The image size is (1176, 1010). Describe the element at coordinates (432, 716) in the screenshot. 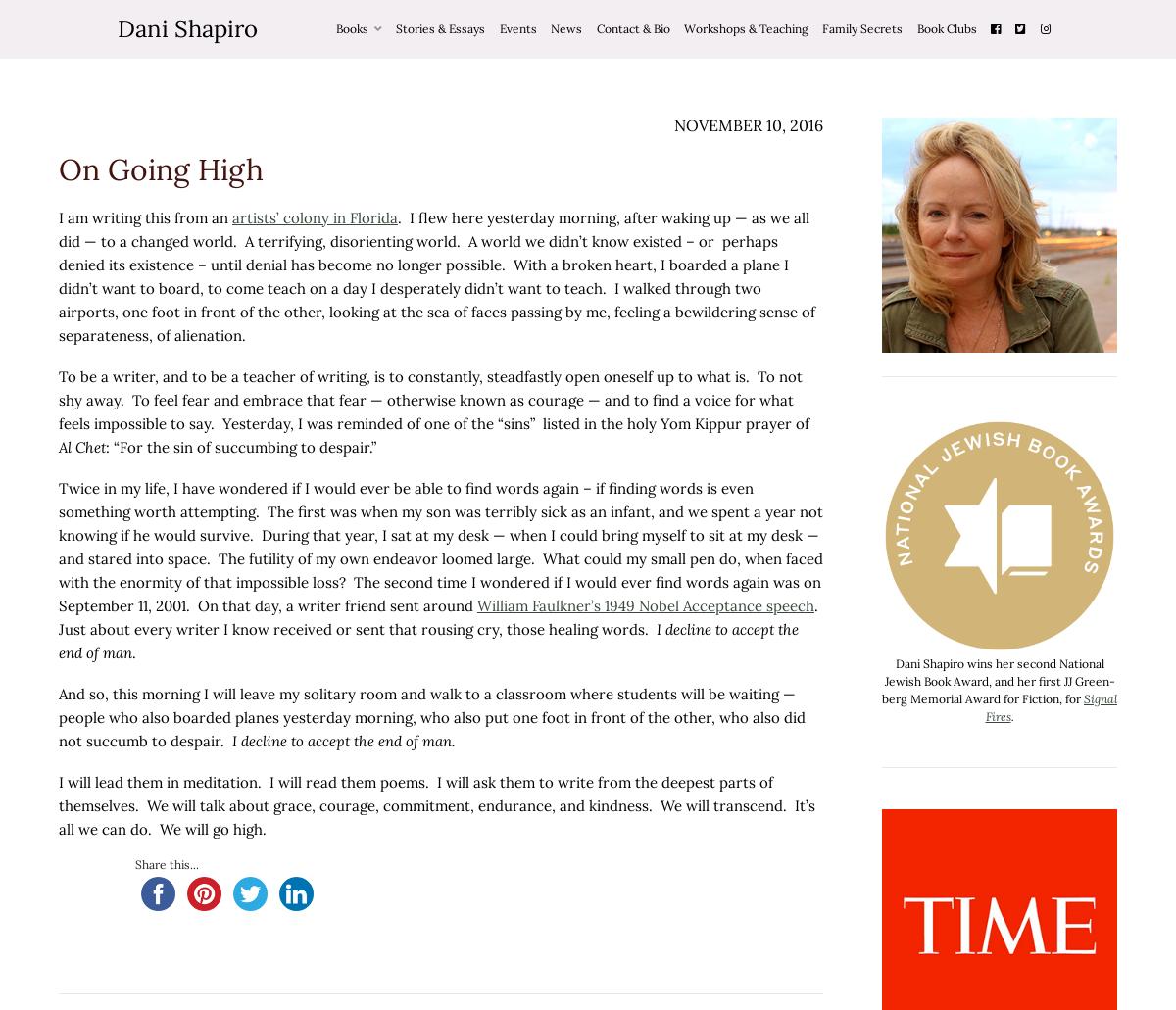

I see `'And so, this morning I will leave my solitary room and walk to a classroom where students will be waiting — people who also boarded planes yesterday morning, who also put one foot in front of the other, who also did not succumb to despair.'` at that location.